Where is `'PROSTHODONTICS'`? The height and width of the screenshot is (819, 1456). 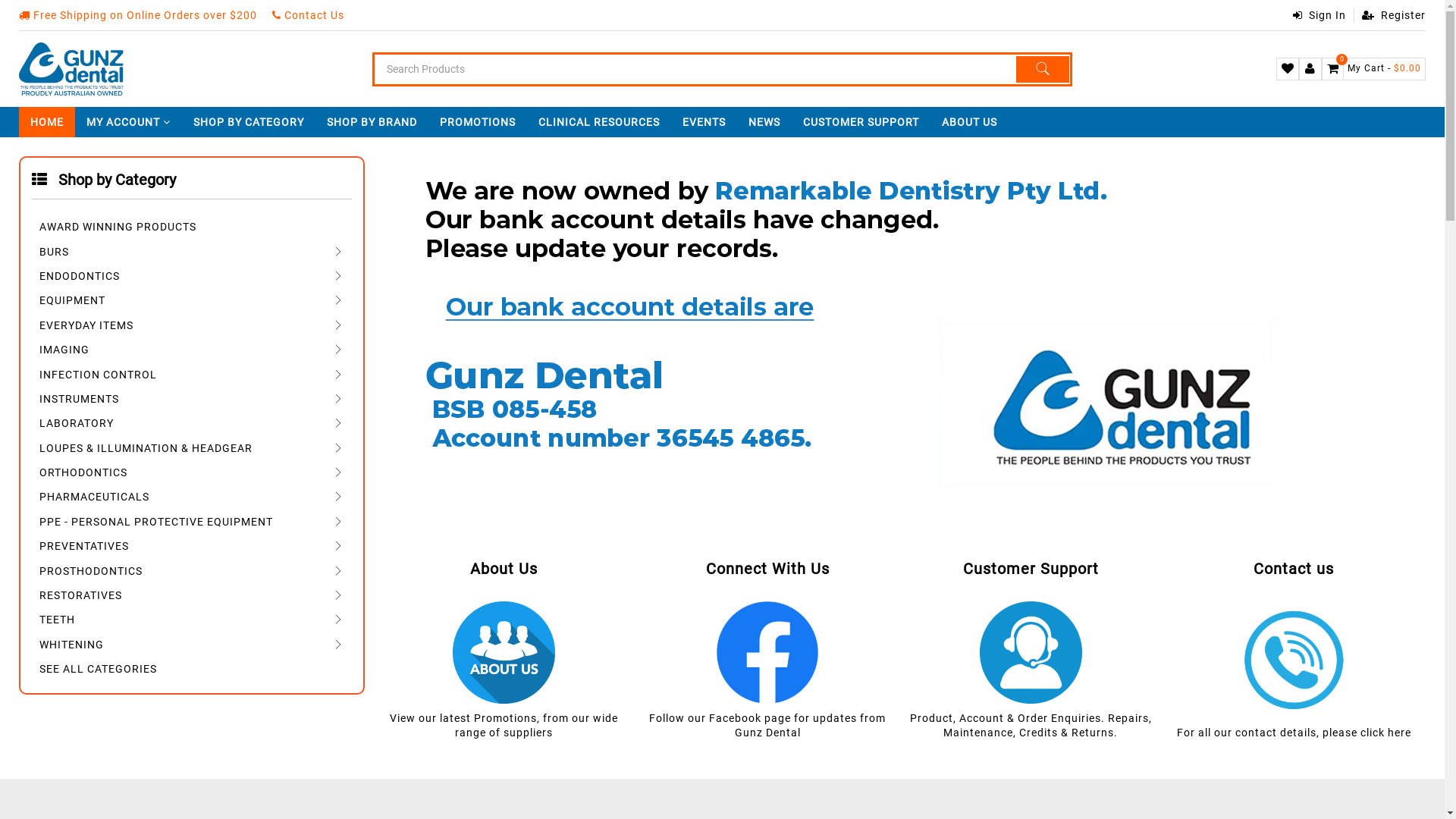
'PROSTHODONTICS' is located at coordinates (191, 570).